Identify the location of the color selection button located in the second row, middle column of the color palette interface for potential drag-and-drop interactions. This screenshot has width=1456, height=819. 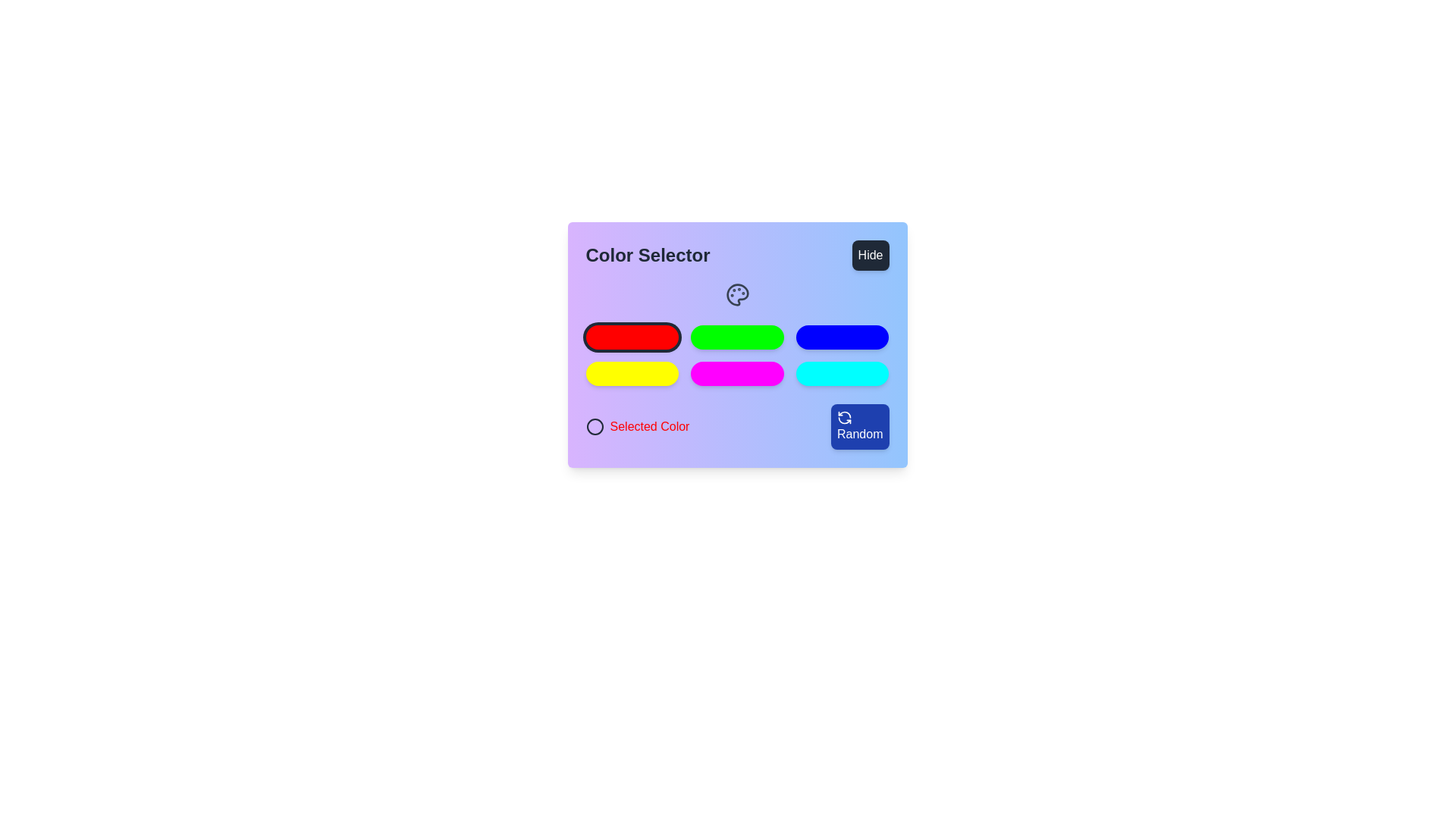
(737, 374).